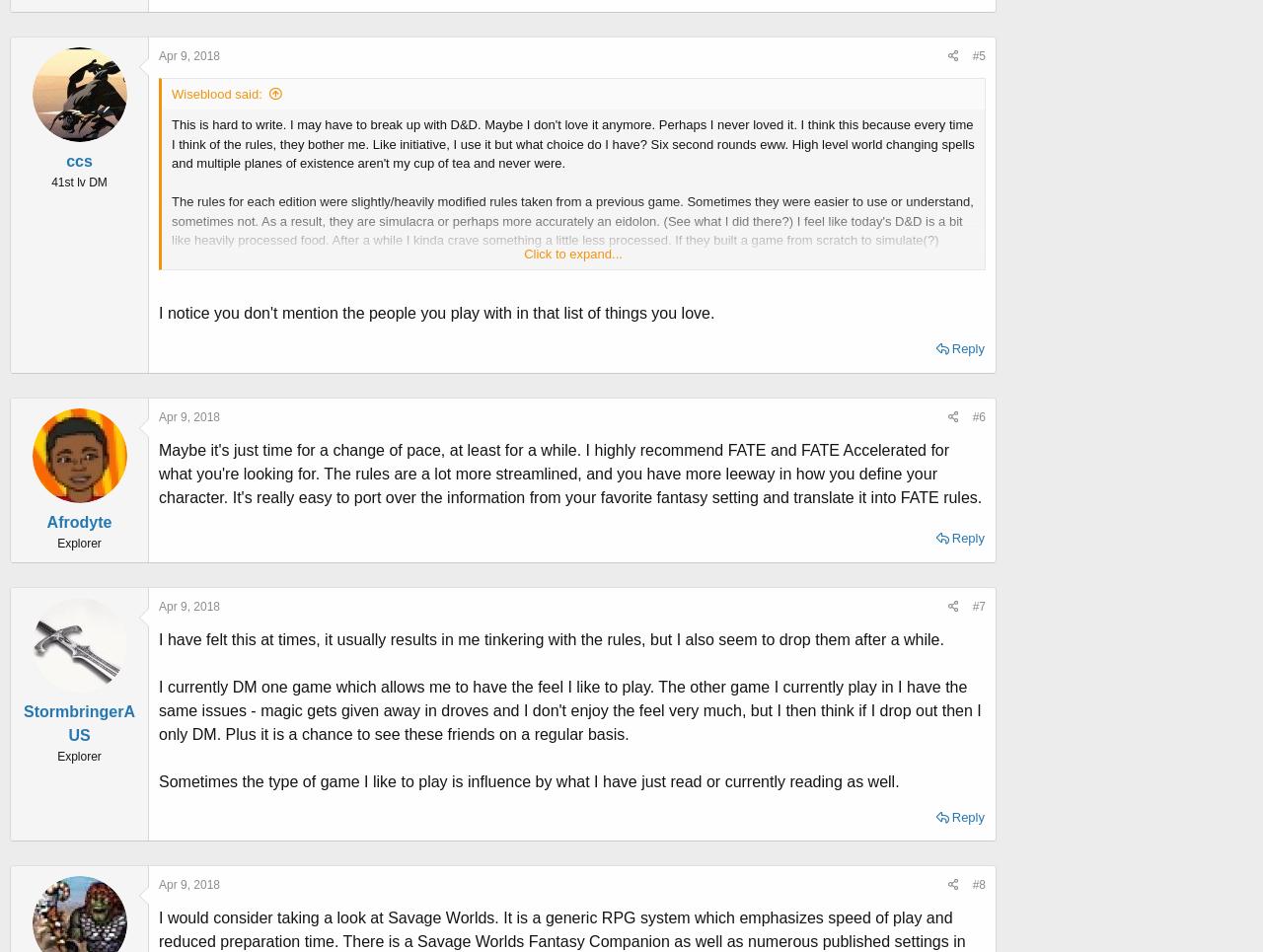  Describe the element at coordinates (454, 489) in the screenshot. I see `'Monsters and characters from the various fantasy creators especially ones from or adjacent to D&D.'` at that location.